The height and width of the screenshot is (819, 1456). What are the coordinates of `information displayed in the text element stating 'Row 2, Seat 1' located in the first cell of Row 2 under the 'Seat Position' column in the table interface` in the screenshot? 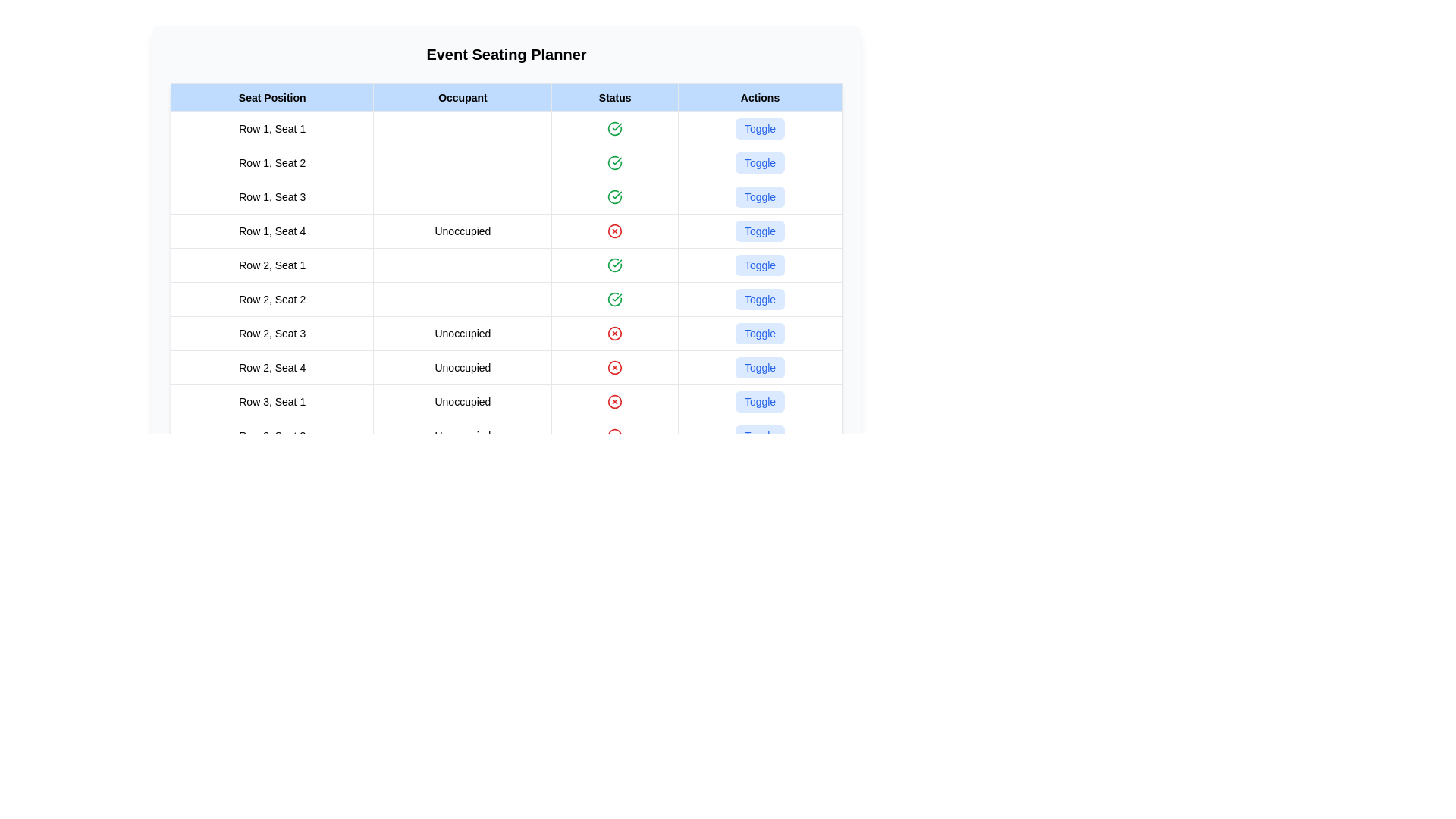 It's located at (272, 265).